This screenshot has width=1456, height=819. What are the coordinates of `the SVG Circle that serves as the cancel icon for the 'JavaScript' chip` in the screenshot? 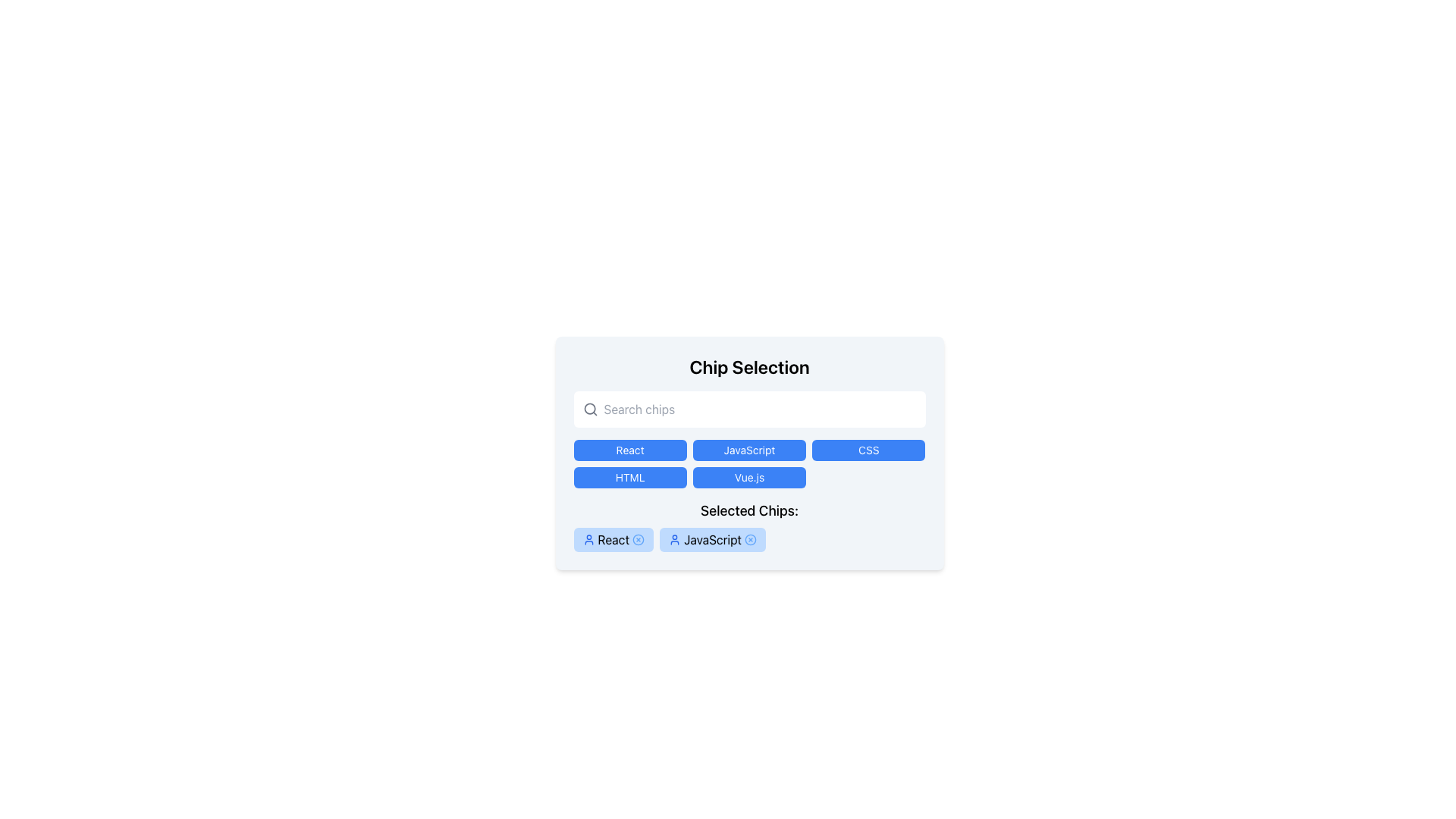 It's located at (750, 539).